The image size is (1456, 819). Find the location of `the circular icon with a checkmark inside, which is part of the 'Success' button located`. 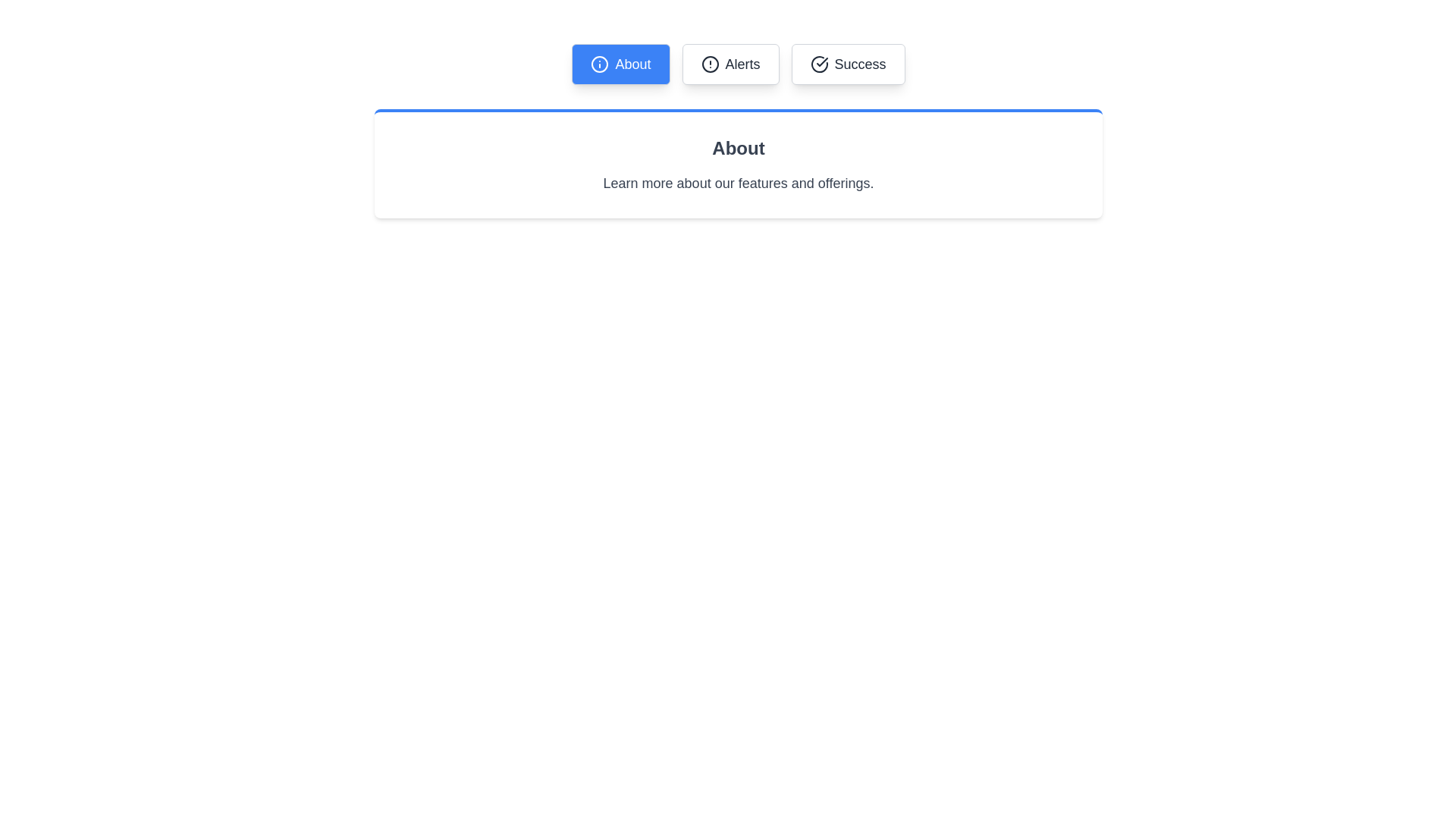

the circular icon with a checkmark inside, which is part of the 'Success' button located is located at coordinates (818, 63).